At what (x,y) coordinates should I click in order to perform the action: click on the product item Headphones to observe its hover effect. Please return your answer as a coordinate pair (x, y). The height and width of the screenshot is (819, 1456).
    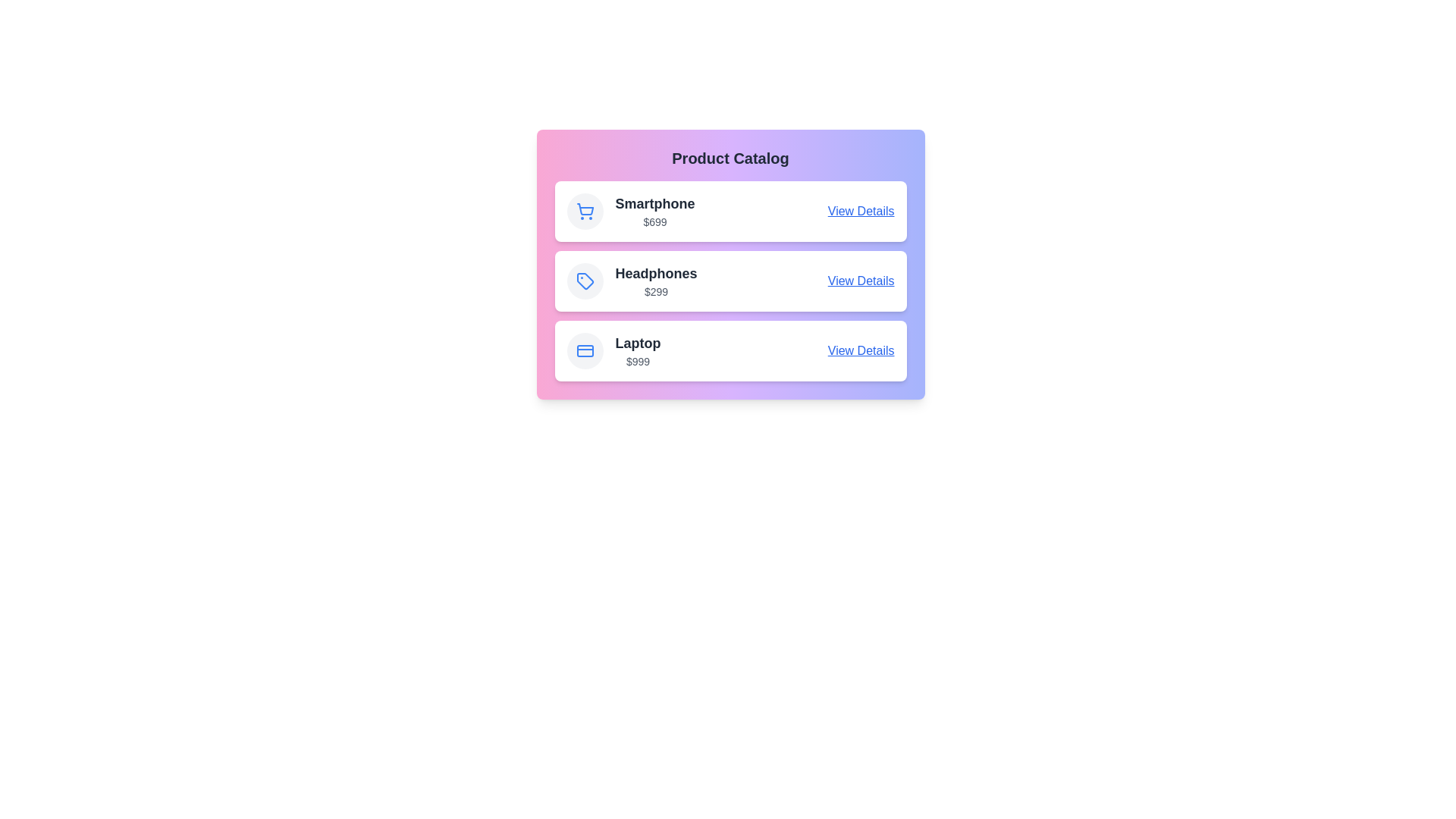
    Looking at the image, I should click on (730, 281).